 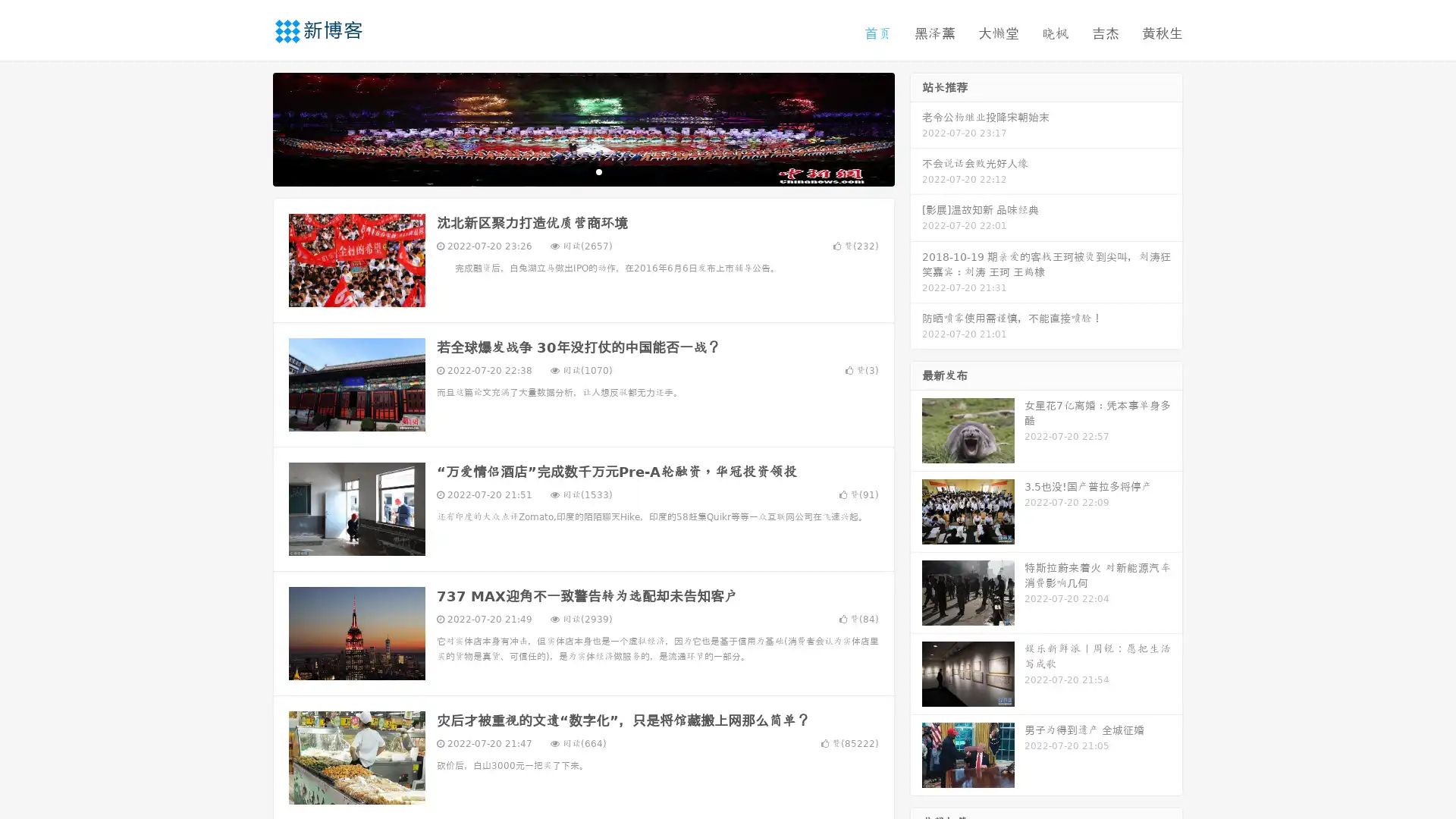 What do you see at coordinates (598, 171) in the screenshot?
I see `Go to slide 3` at bounding box center [598, 171].